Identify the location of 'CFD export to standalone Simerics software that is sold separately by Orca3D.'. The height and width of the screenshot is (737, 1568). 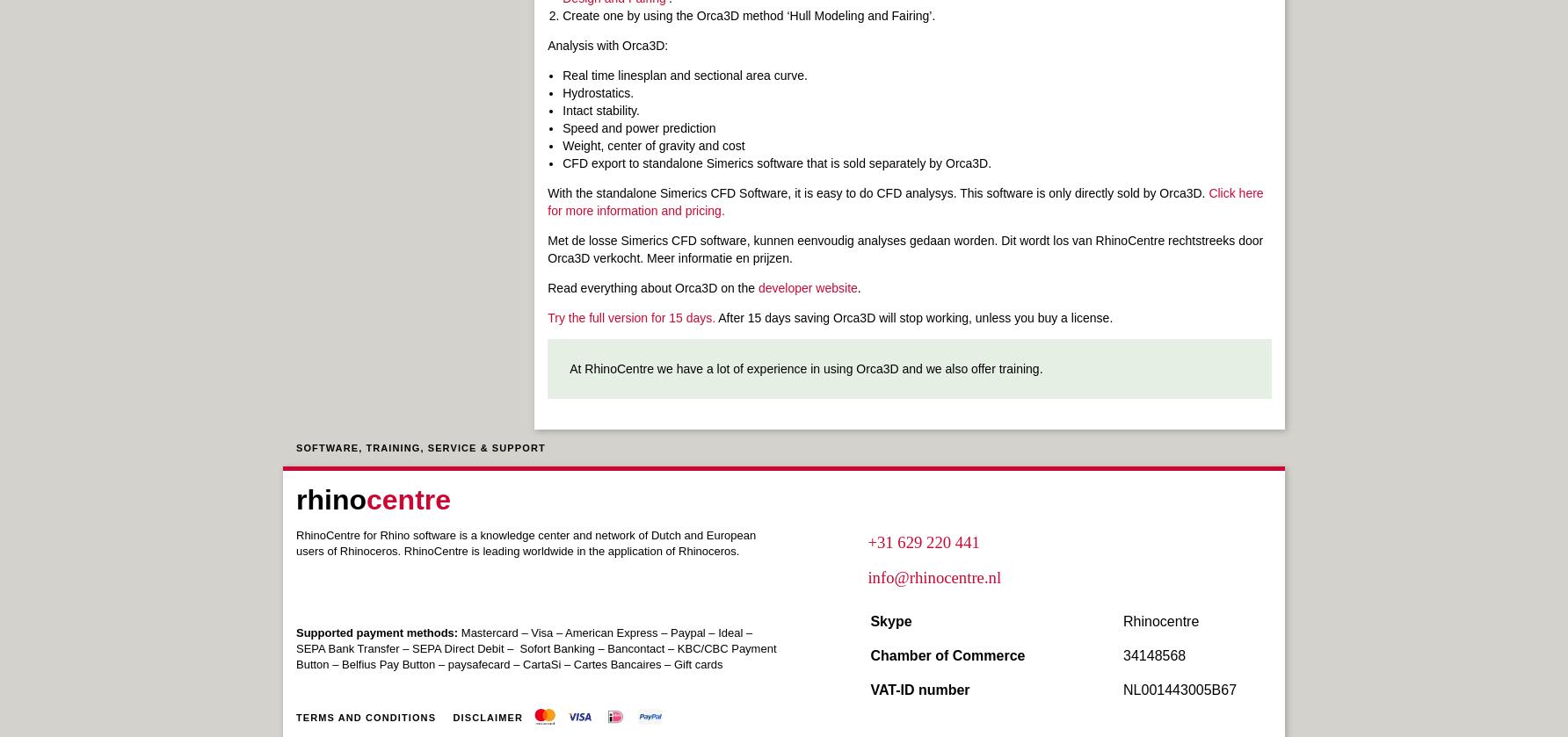
(775, 163).